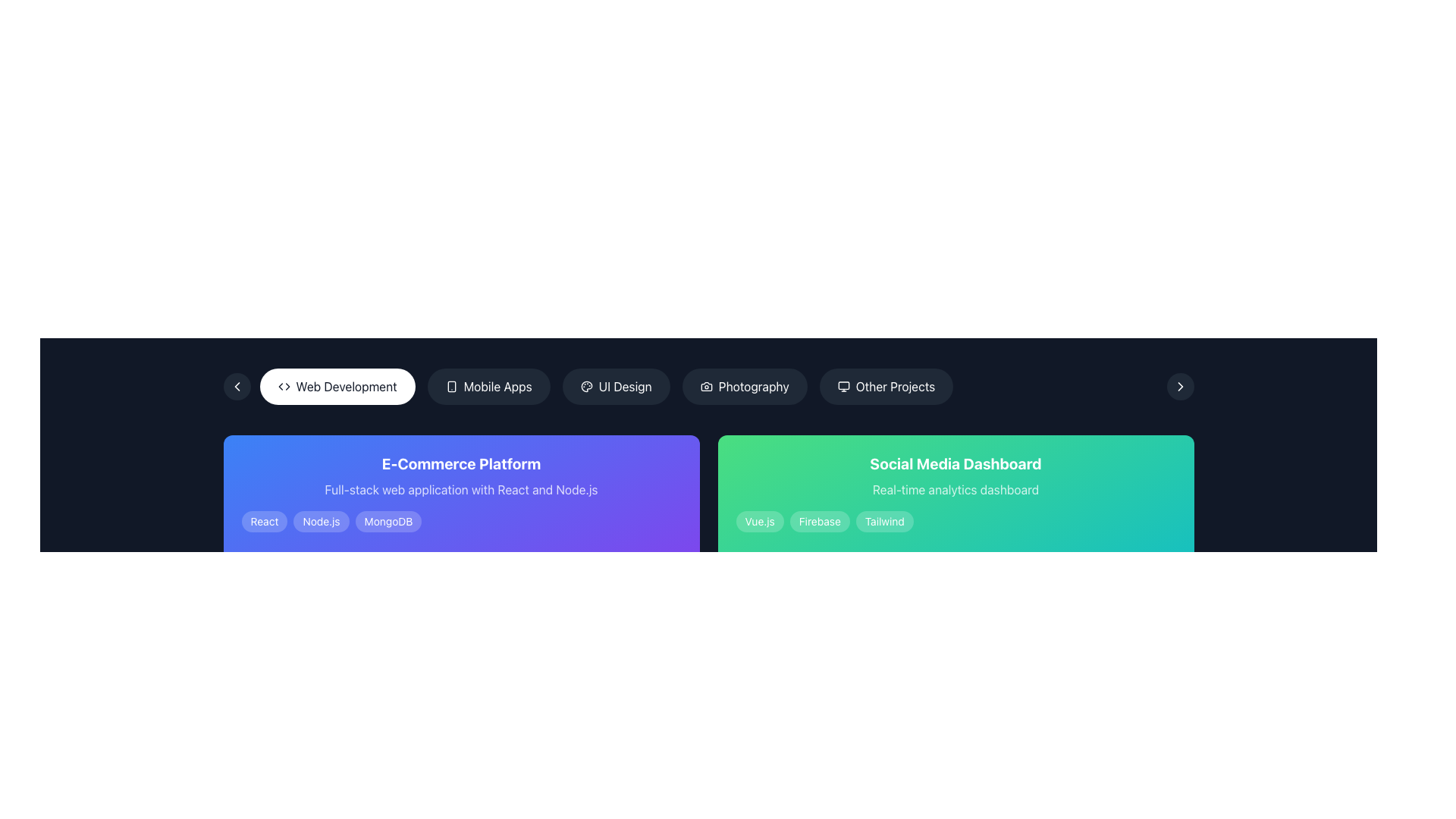  I want to click on the individual tags in the bottom section of the 'E-Commerce Platform' card to emphasize them, so click(460, 520).